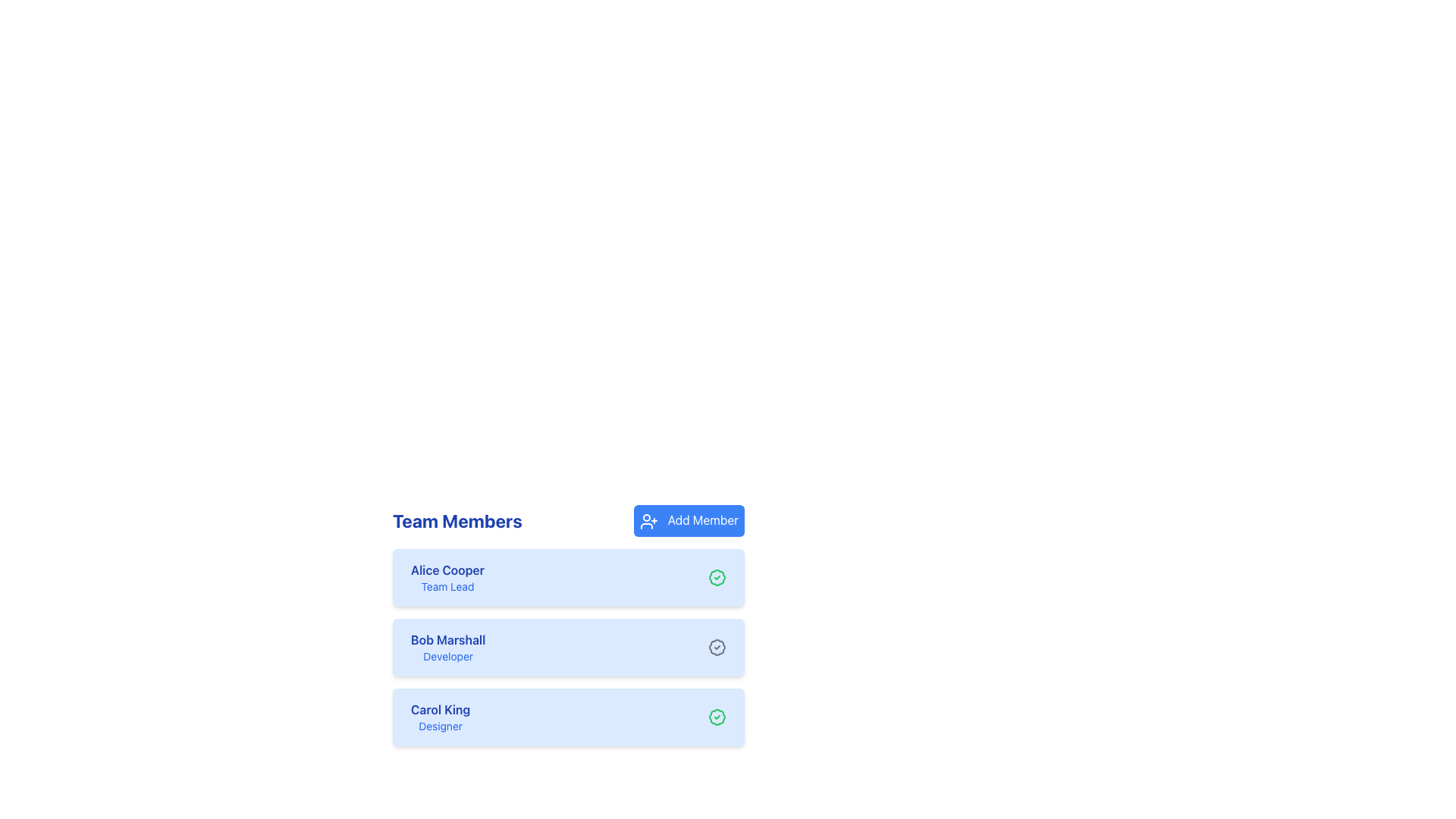 Image resolution: width=1456 pixels, height=819 pixels. I want to click on name and role of the team lead displayed in the text element, which is the first item in the team members list with a light blue background, so click(447, 577).